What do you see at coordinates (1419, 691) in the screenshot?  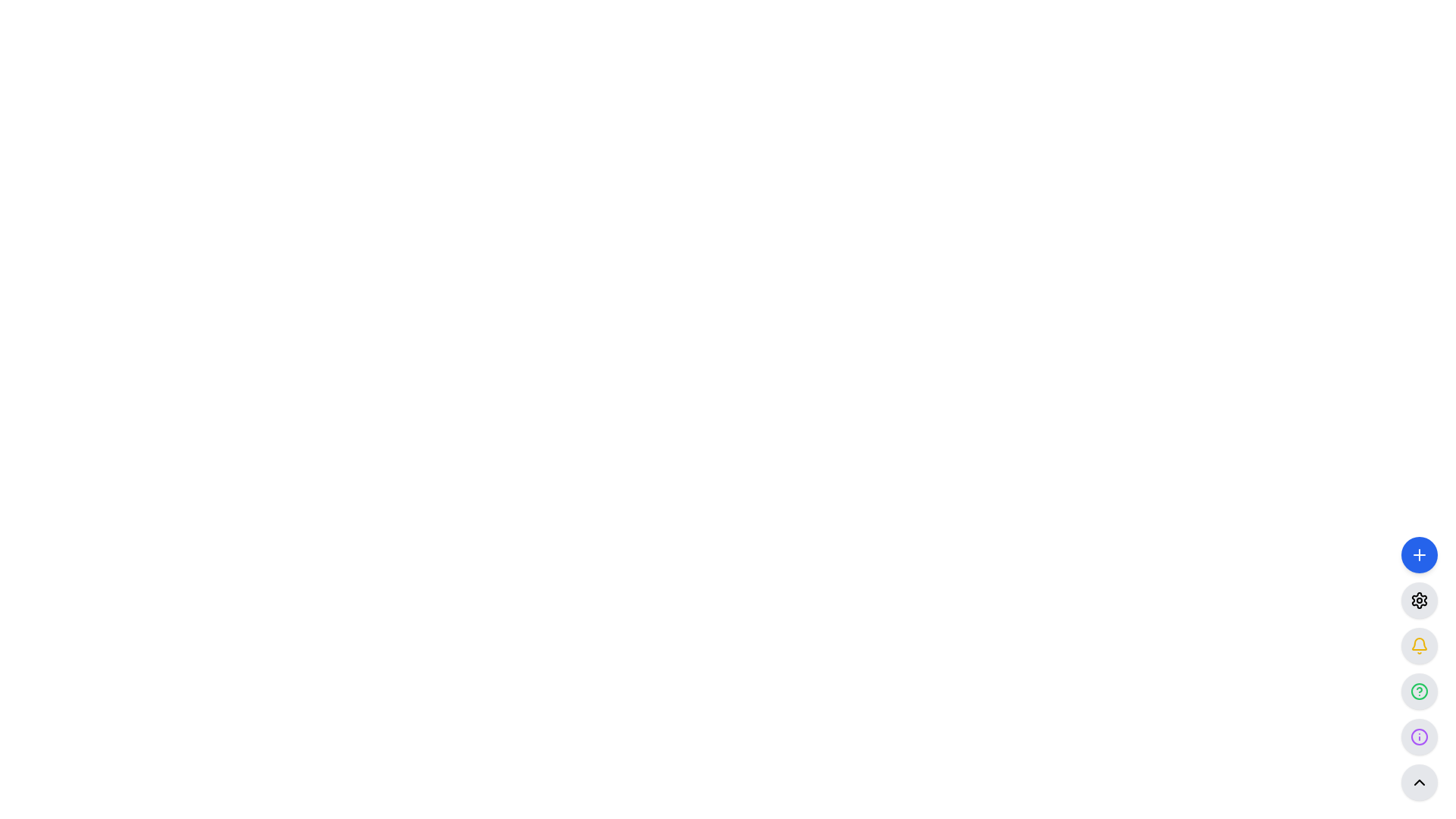 I see `the fourth circular button from the top on the right side of the interface` at bounding box center [1419, 691].